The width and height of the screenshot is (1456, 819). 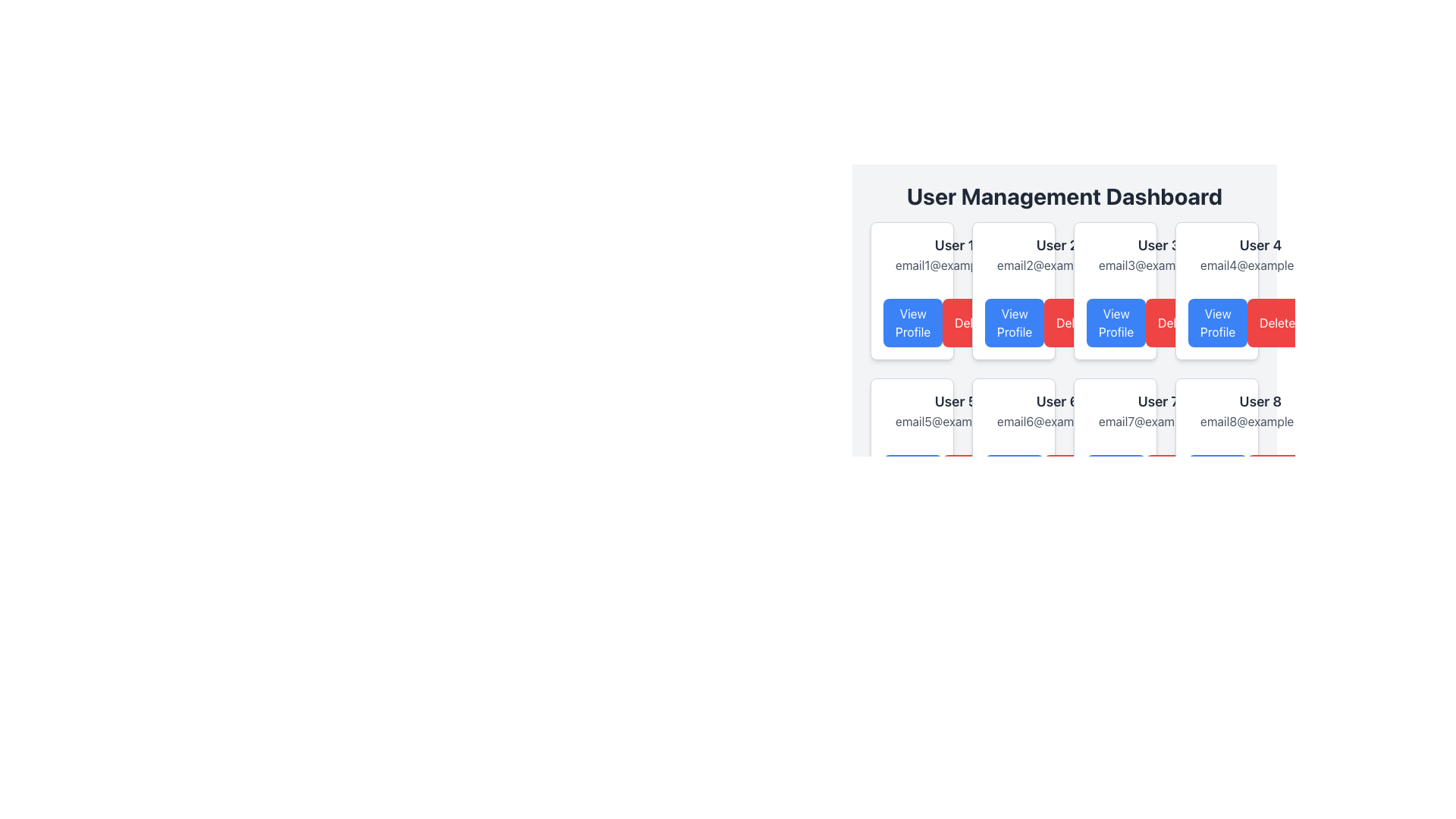 I want to click on the delete button located to the right of the 'View Profile' button, which allows users to delete a corresponding item or user profile, so click(x=1073, y=322).